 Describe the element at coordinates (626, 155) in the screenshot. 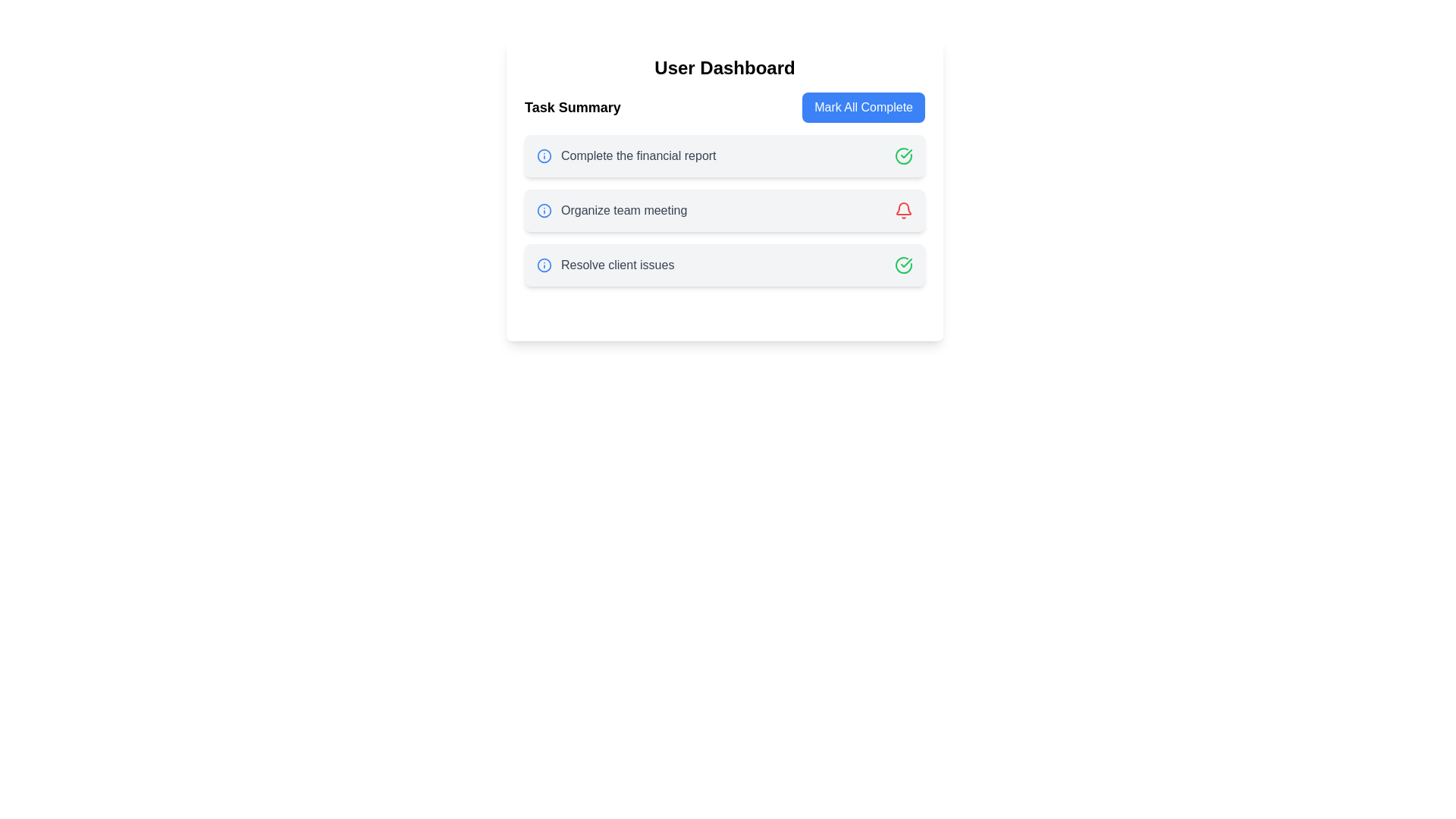

I see `text content of the Task item labeled 'Complete the financial report', which is the first item in the Task Summary section, positioned horizontally alongside a blue information icon` at that location.